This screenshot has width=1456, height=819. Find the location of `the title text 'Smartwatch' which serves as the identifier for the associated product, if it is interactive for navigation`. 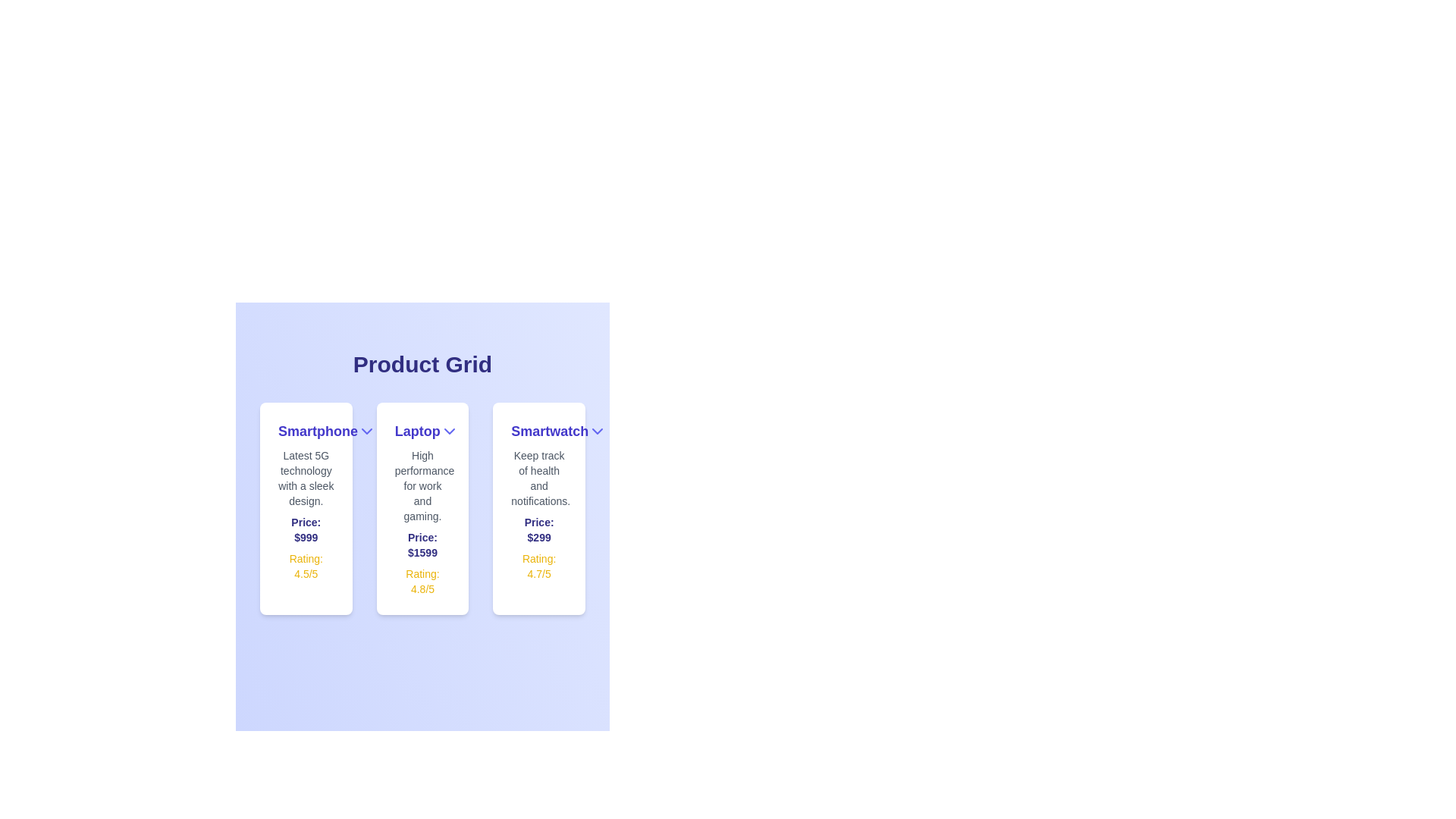

the title text 'Smartwatch' which serves as the identifier for the associated product, if it is interactive for navigation is located at coordinates (539, 431).